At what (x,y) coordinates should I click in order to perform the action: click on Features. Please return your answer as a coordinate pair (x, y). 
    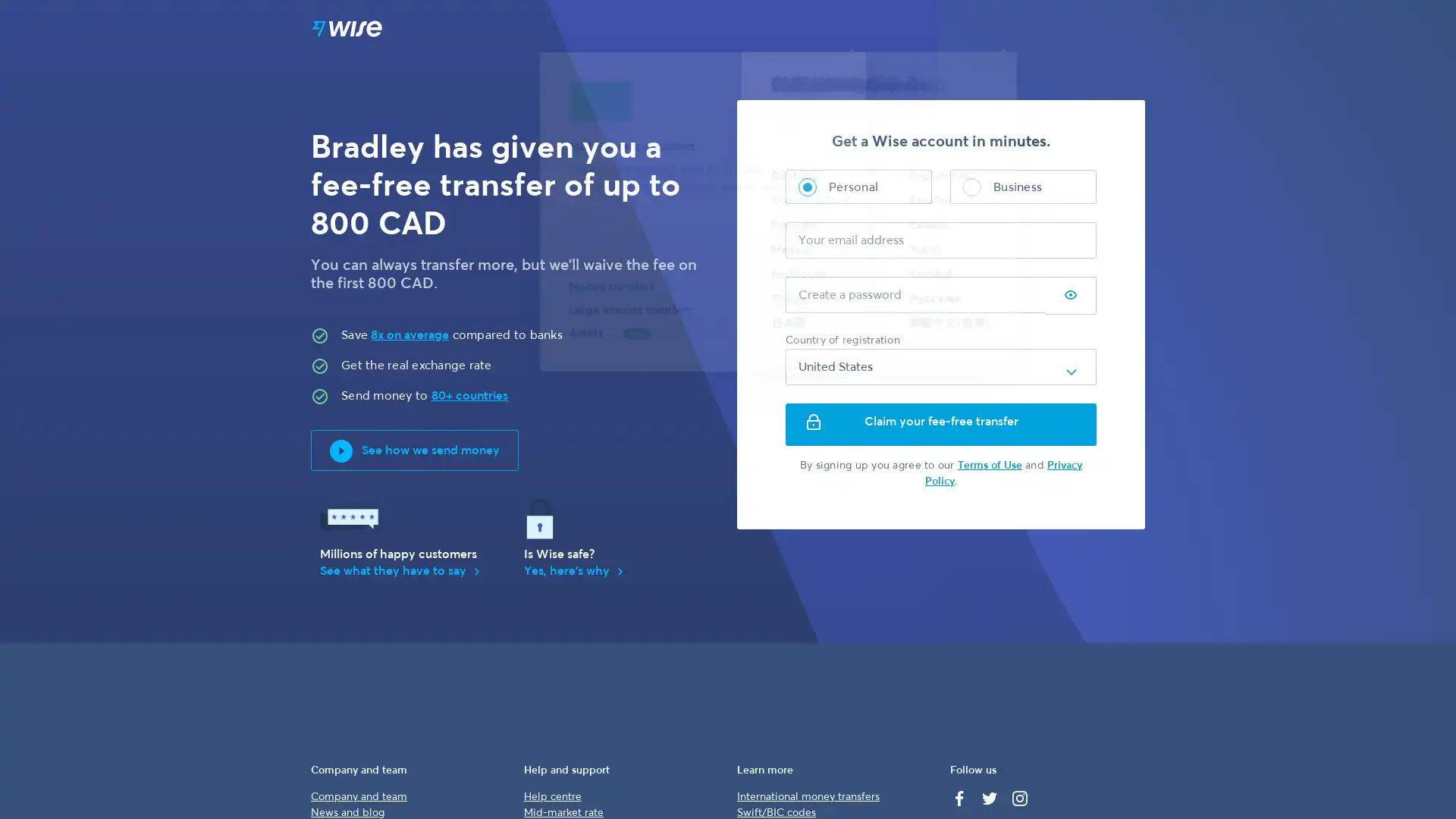
    Looking at the image, I should click on (836, 30).